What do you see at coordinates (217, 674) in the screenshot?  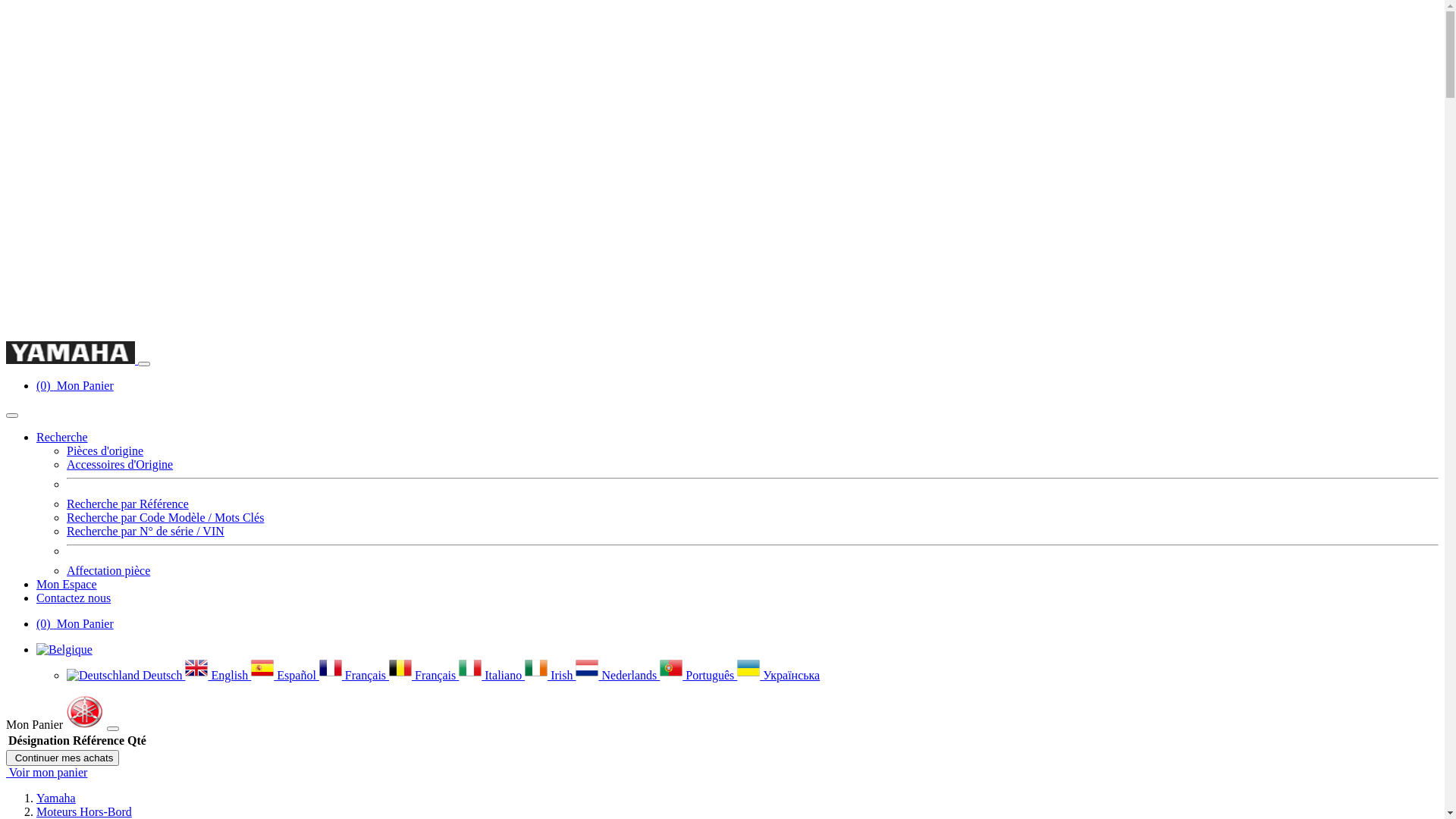 I see `'English'` at bounding box center [217, 674].